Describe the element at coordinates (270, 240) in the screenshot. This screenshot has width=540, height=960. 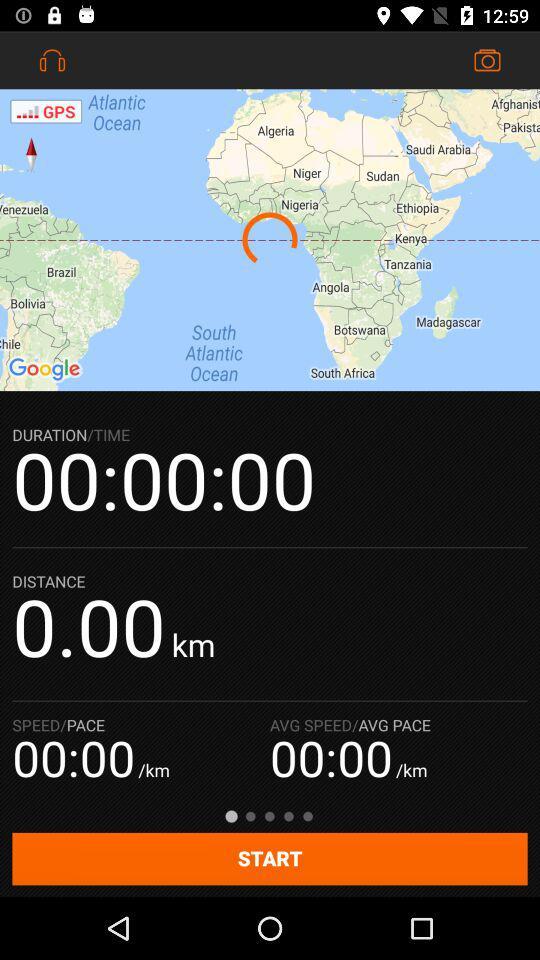
I see `the icon above duration/time` at that location.